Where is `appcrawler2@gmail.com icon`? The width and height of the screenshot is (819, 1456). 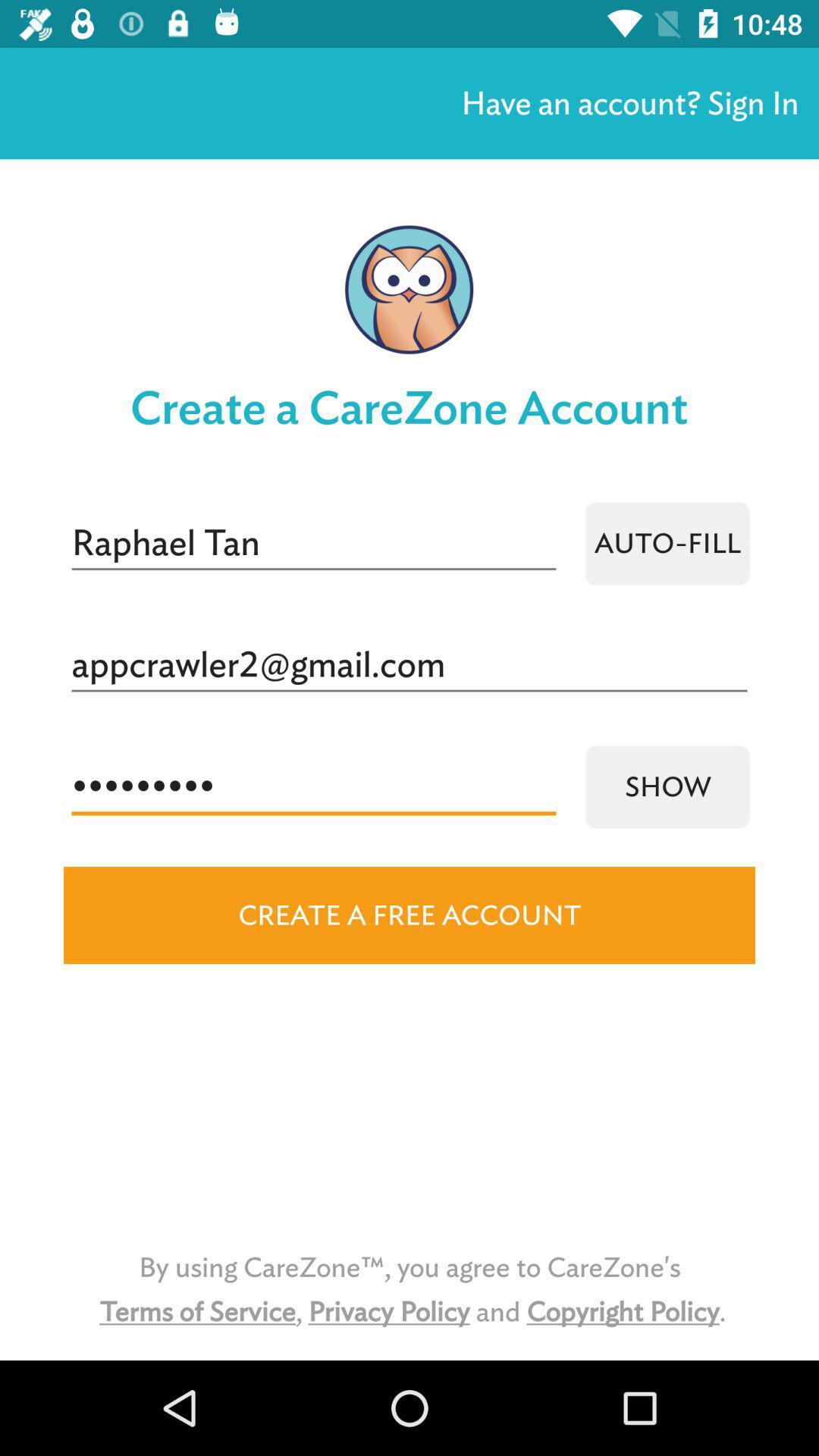
appcrawler2@gmail.com icon is located at coordinates (409, 665).